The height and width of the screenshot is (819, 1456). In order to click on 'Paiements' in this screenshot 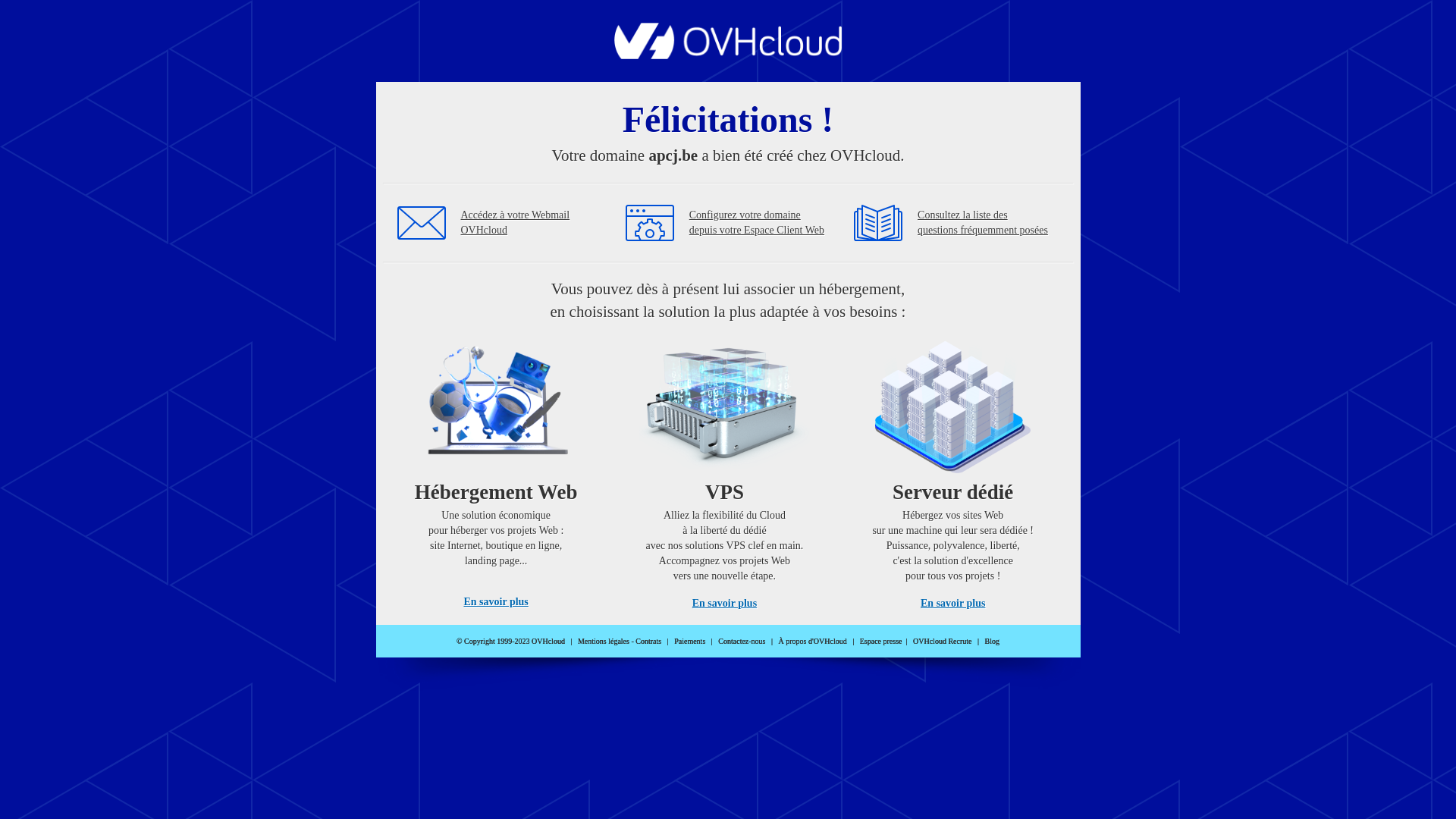, I will do `click(673, 641)`.